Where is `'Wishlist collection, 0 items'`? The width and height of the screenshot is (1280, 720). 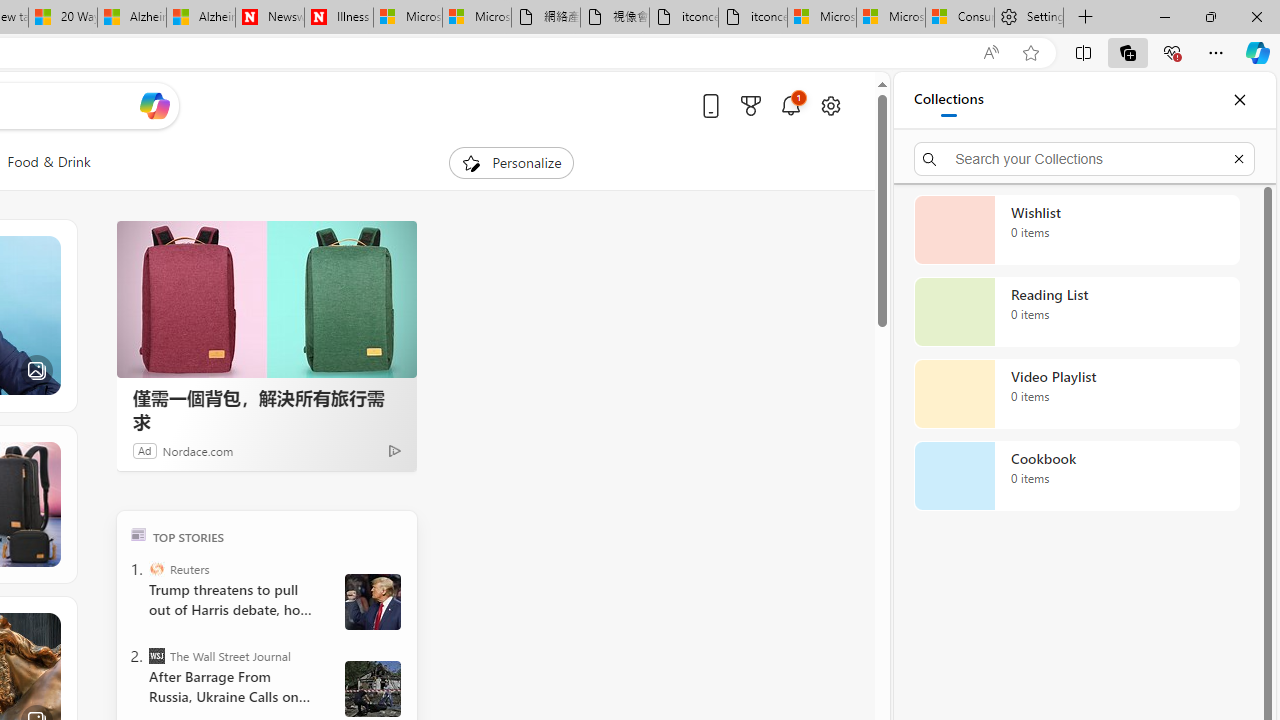
'Wishlist collection, 0 items' is located at coordinates (1076, 229).